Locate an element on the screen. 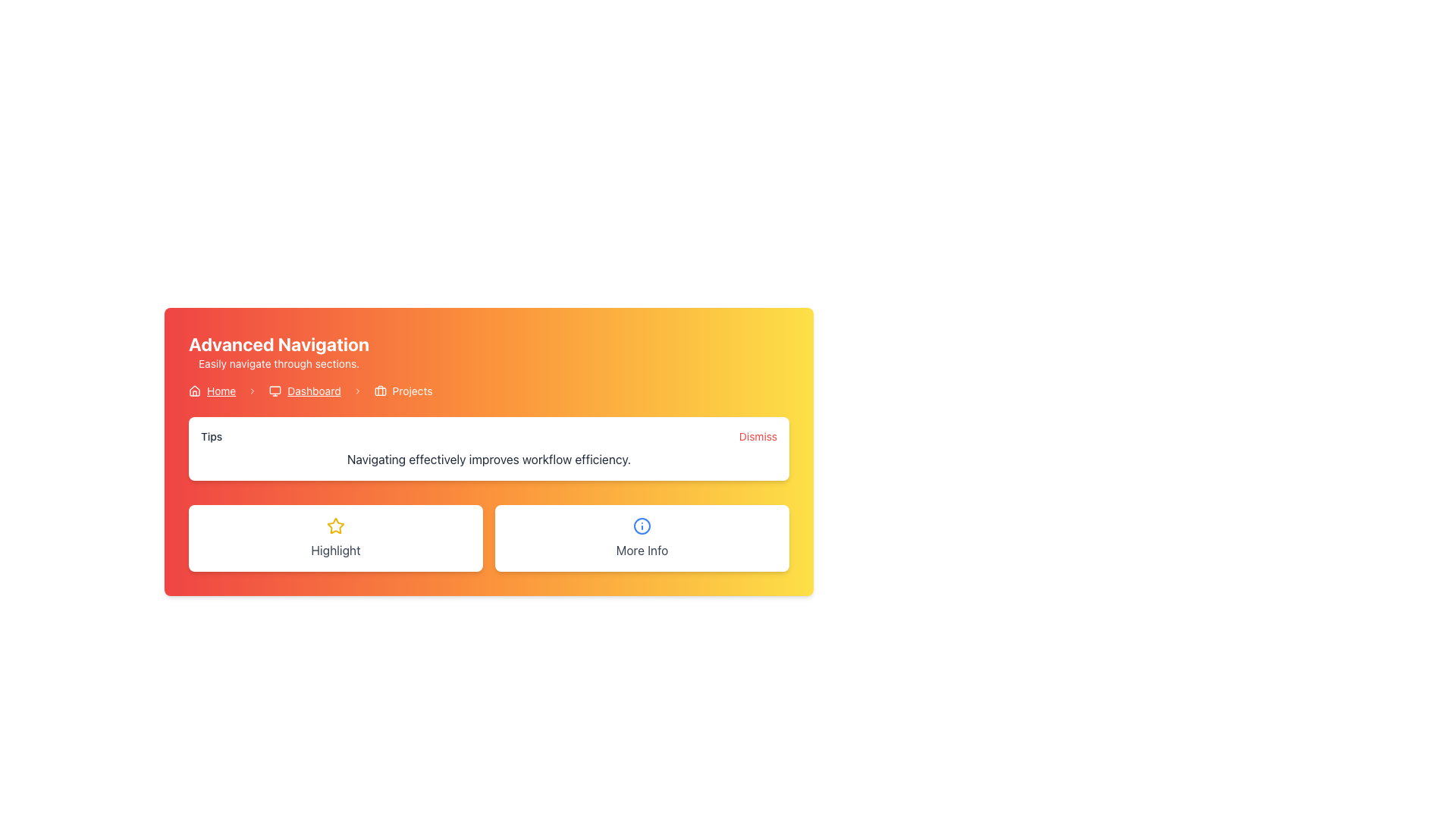 Image resolution: width=1456 pixels, height=819 pixels. the simplistic house vector icon, which is white on a red background and located as the first item in the breadcrumb navigation bar, to the left of the 'Home' text link is located at coordinates (194, 391).